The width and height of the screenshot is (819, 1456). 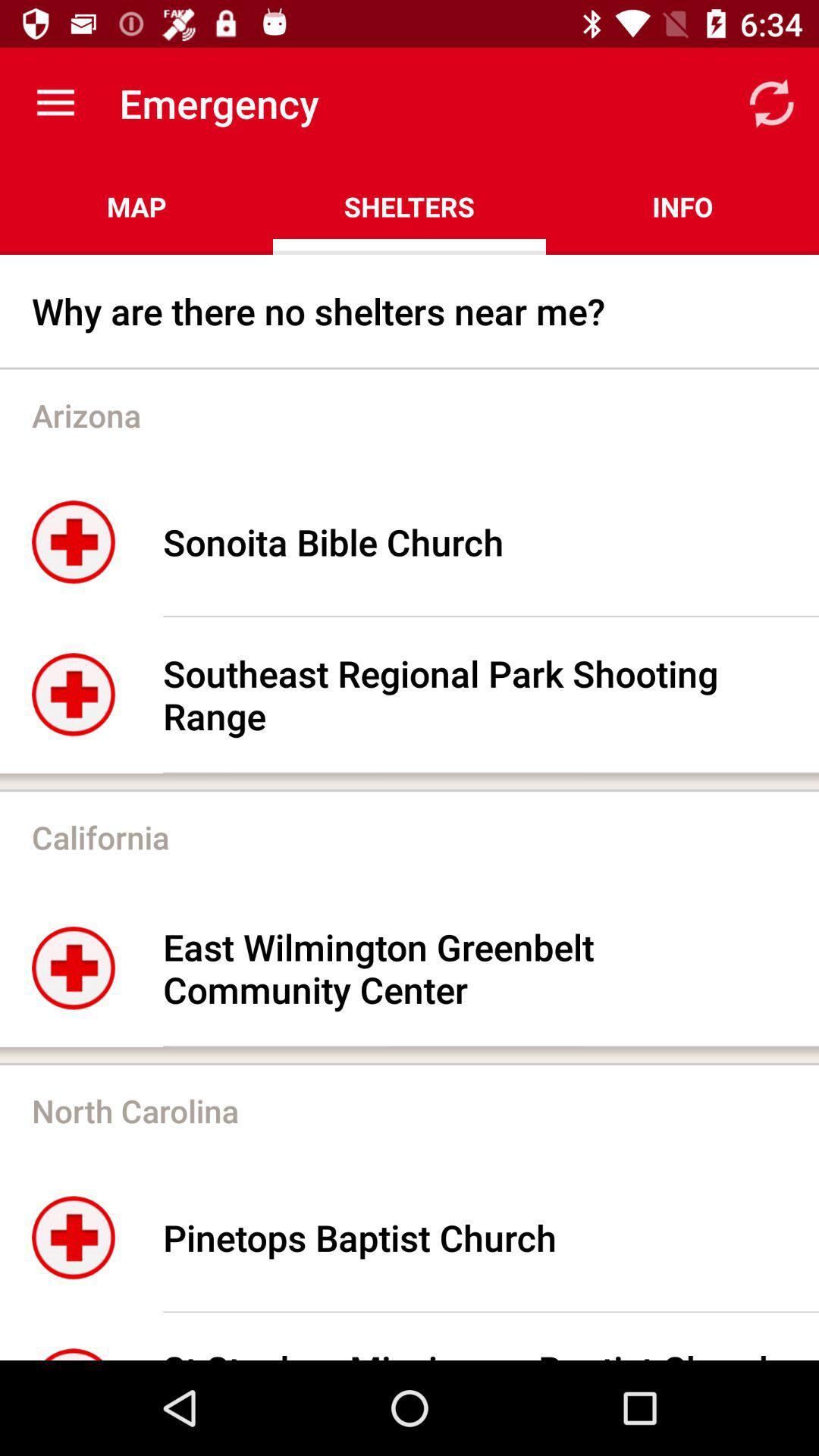 I want to click on the icon to the right of shelters, so click(x=681, y=206).